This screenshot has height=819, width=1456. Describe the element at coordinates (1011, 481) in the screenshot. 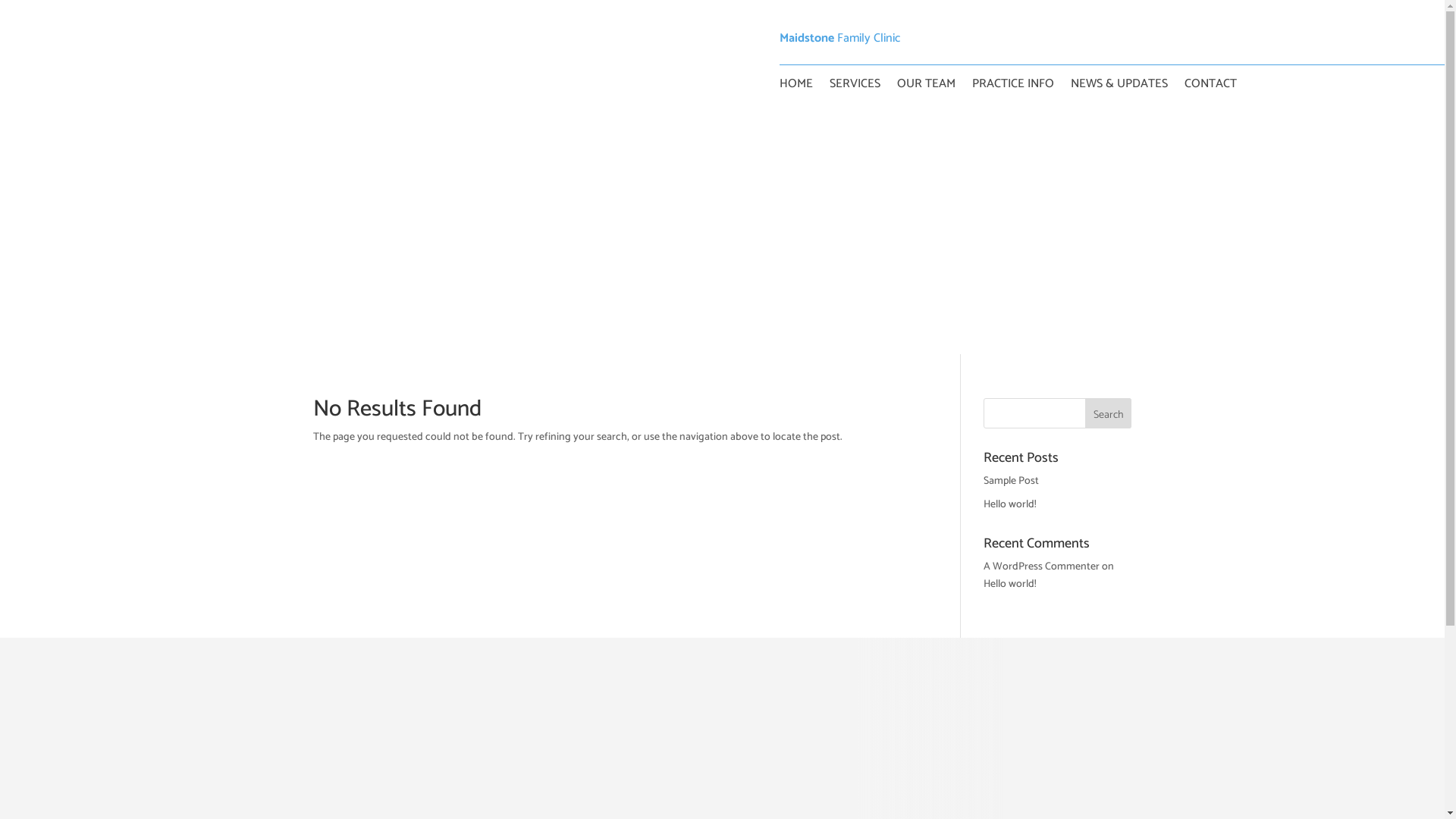

I see `'Sample Post'` at that location.